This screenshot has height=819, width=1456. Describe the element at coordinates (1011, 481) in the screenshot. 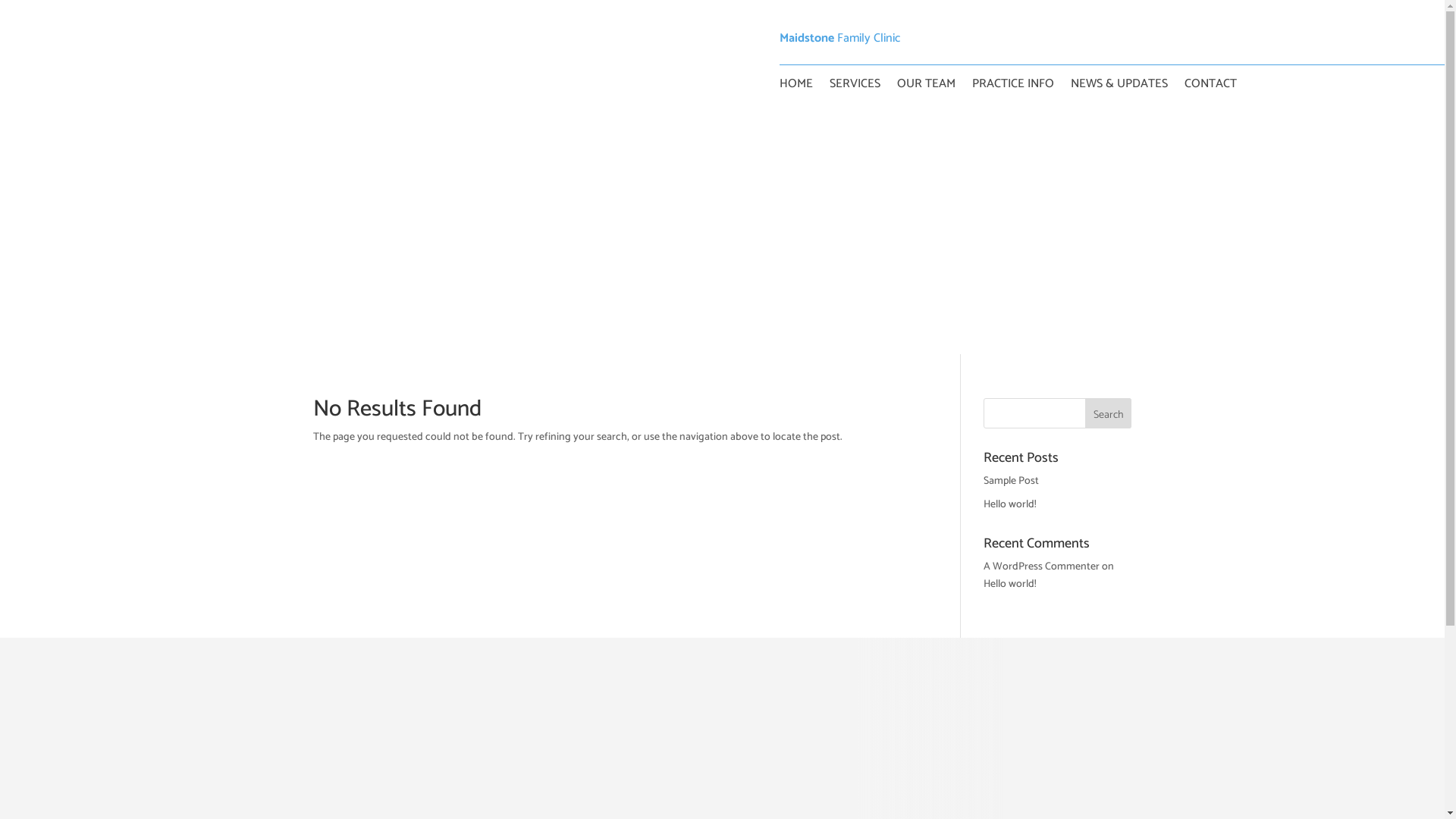

I see `'Sample Post'` at that location.